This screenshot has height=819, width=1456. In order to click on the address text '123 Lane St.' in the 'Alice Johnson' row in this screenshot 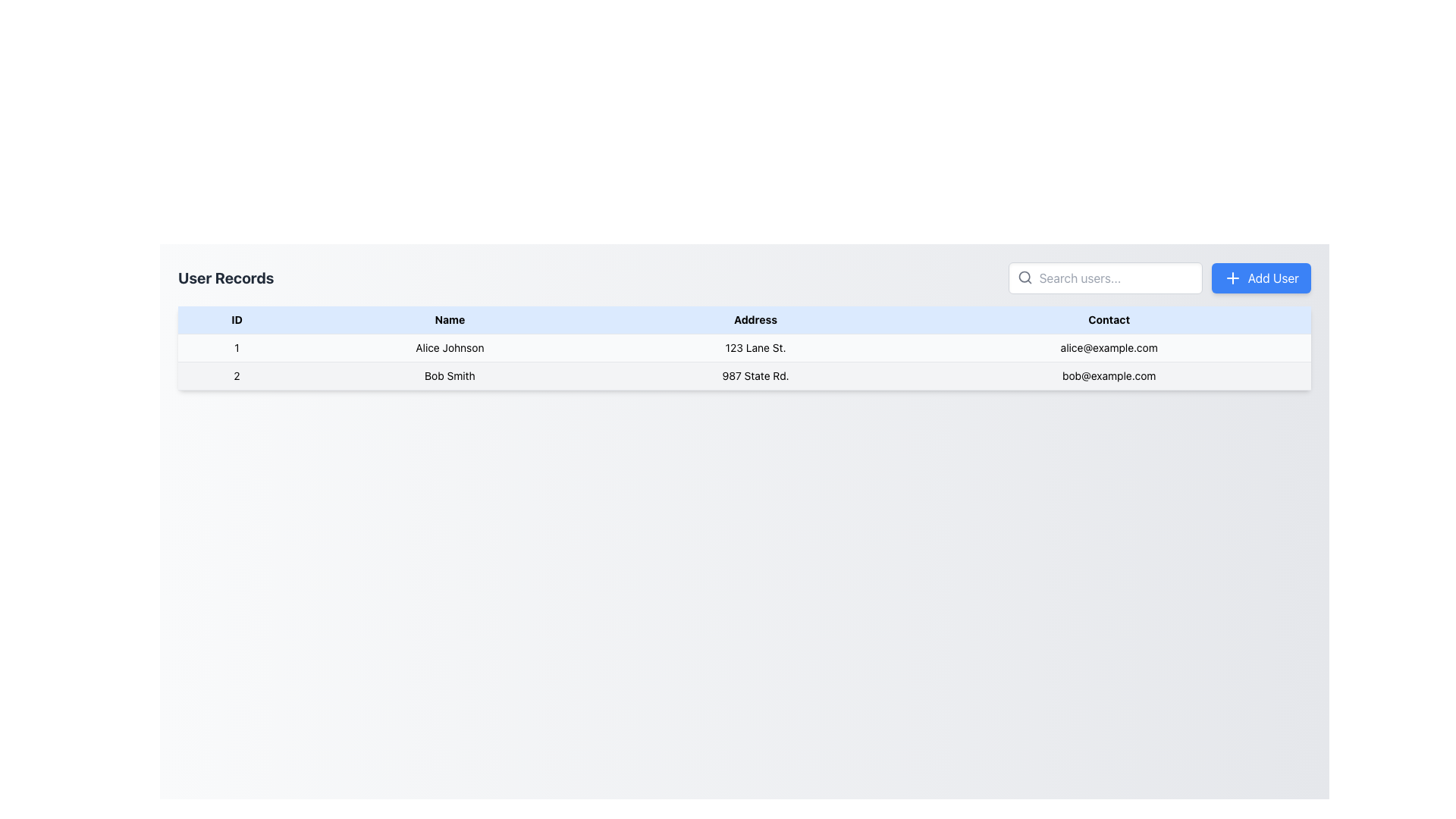, I will do `click(755, 348)`.